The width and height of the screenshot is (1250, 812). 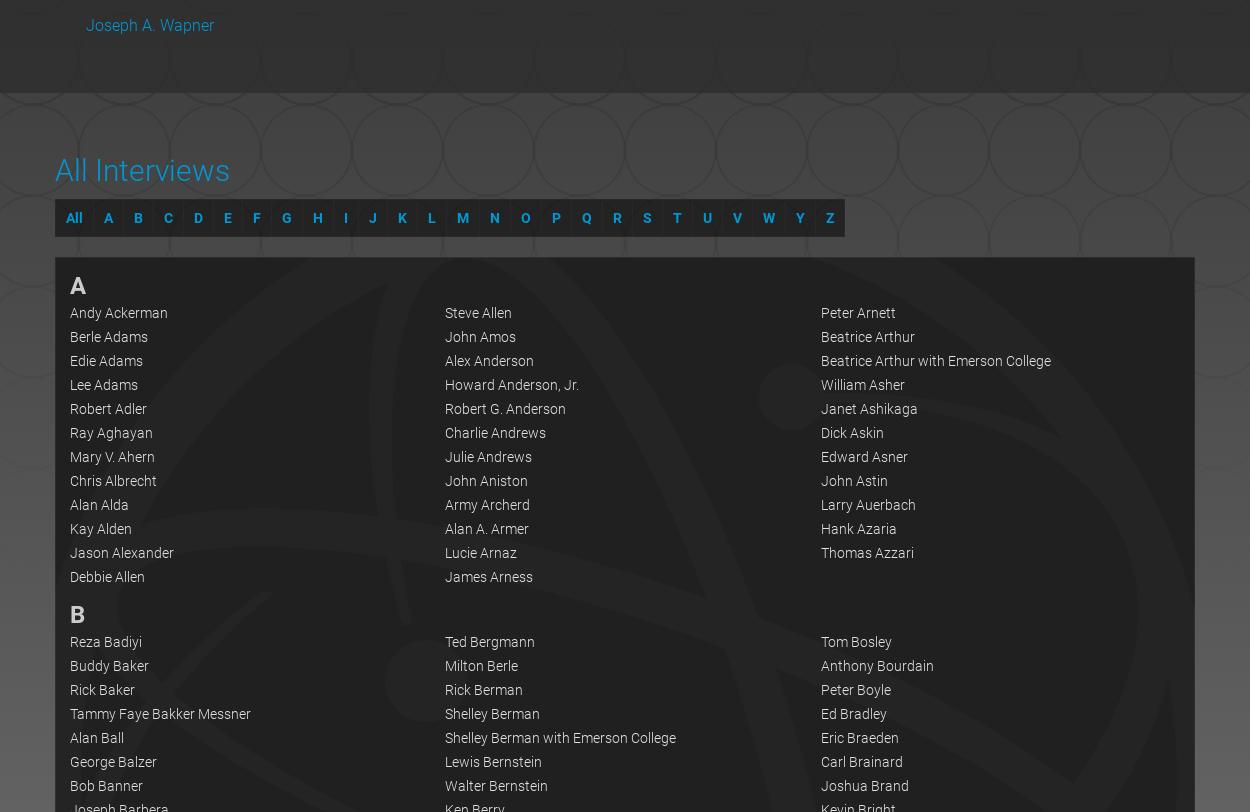 What do you see at coordinates (819, 665) in the screenshot?
I see `'Anthony Bourdain'` at bounding box center [819, 665].